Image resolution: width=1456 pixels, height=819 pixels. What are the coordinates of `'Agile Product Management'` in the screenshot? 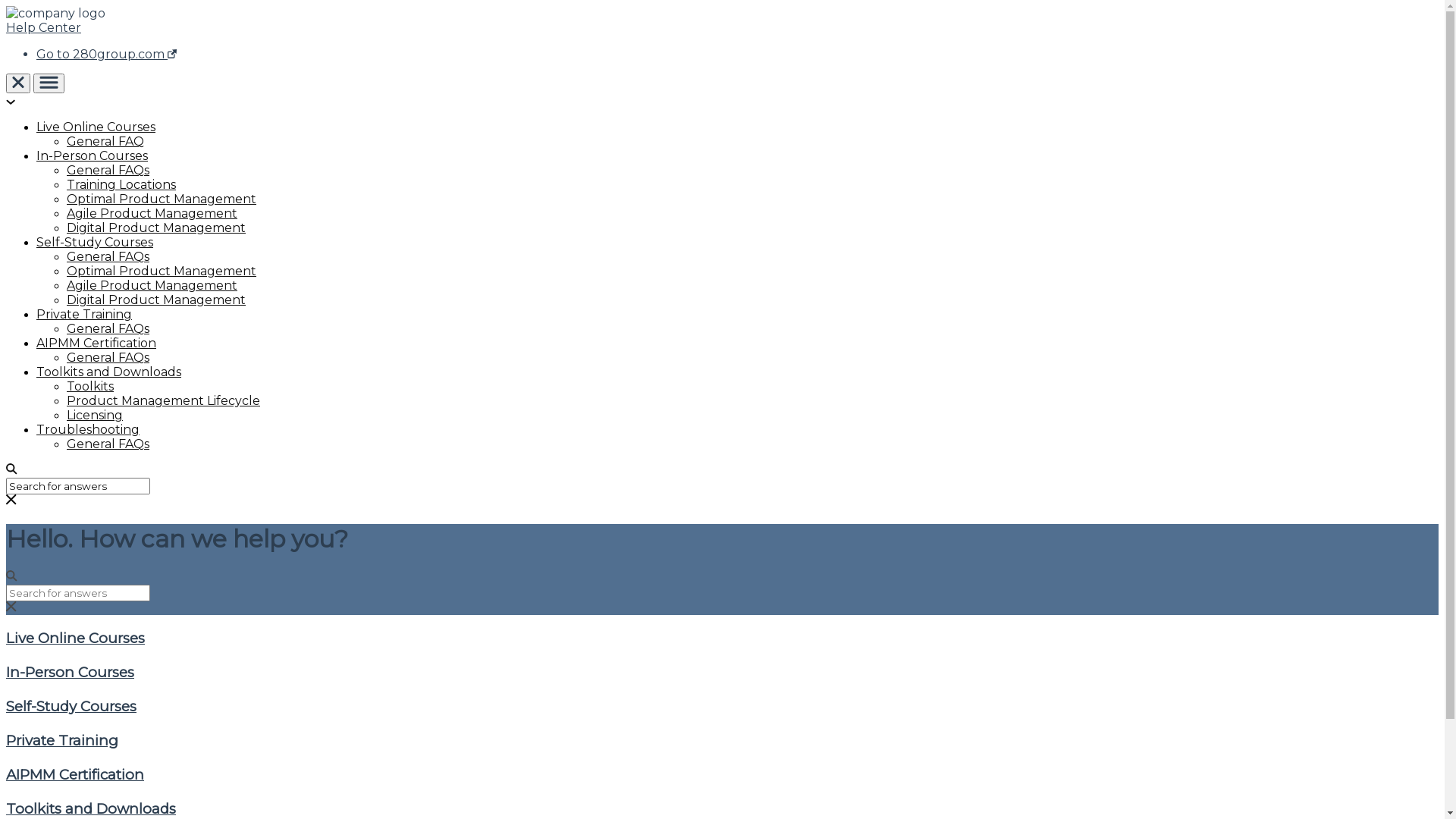 It's located at (152, 213).